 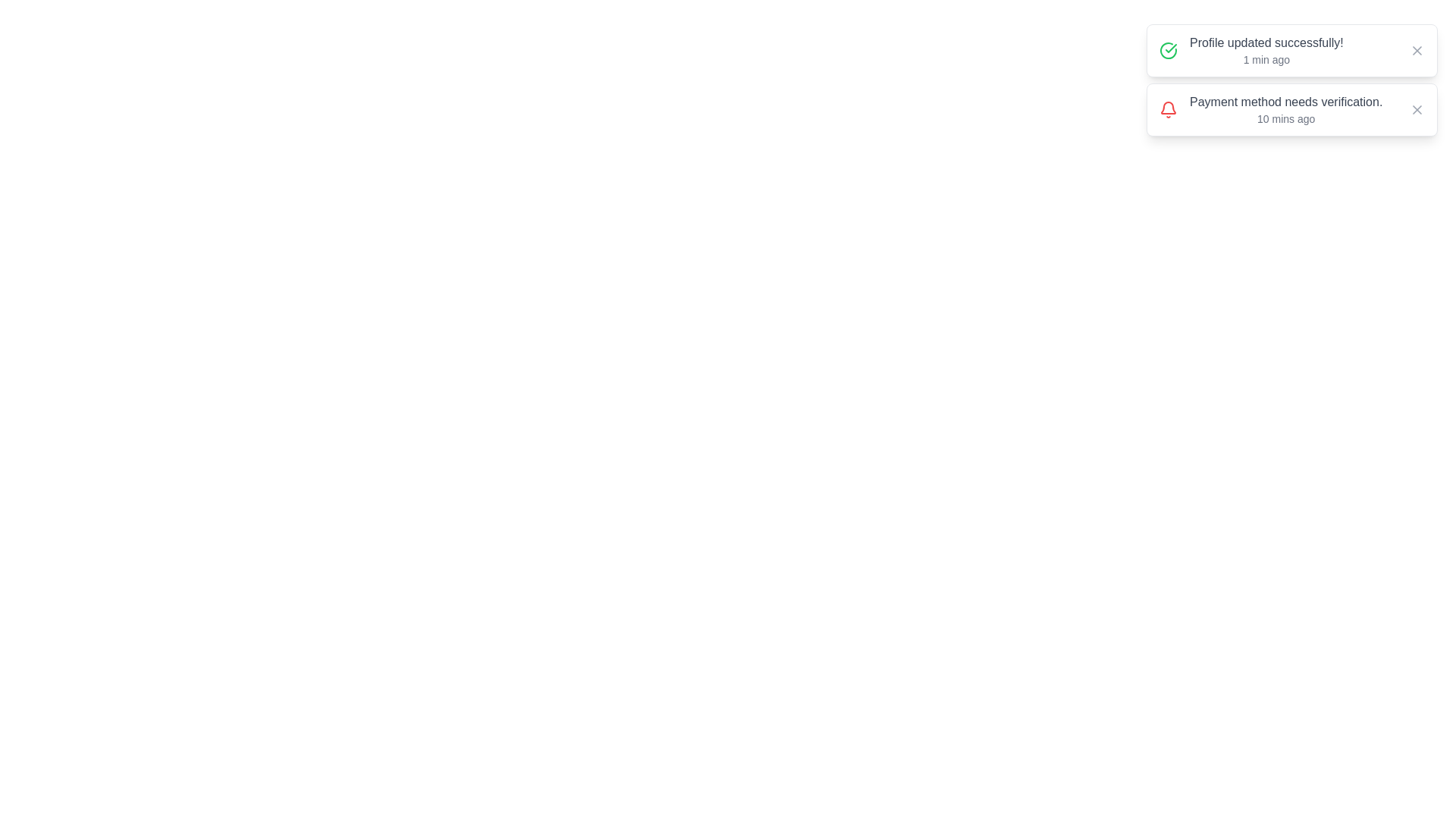 What do you see at coordinates (1266, 49) in the screenshot?
I see `the notification message to read its details` at bounding box center [1266, 49].